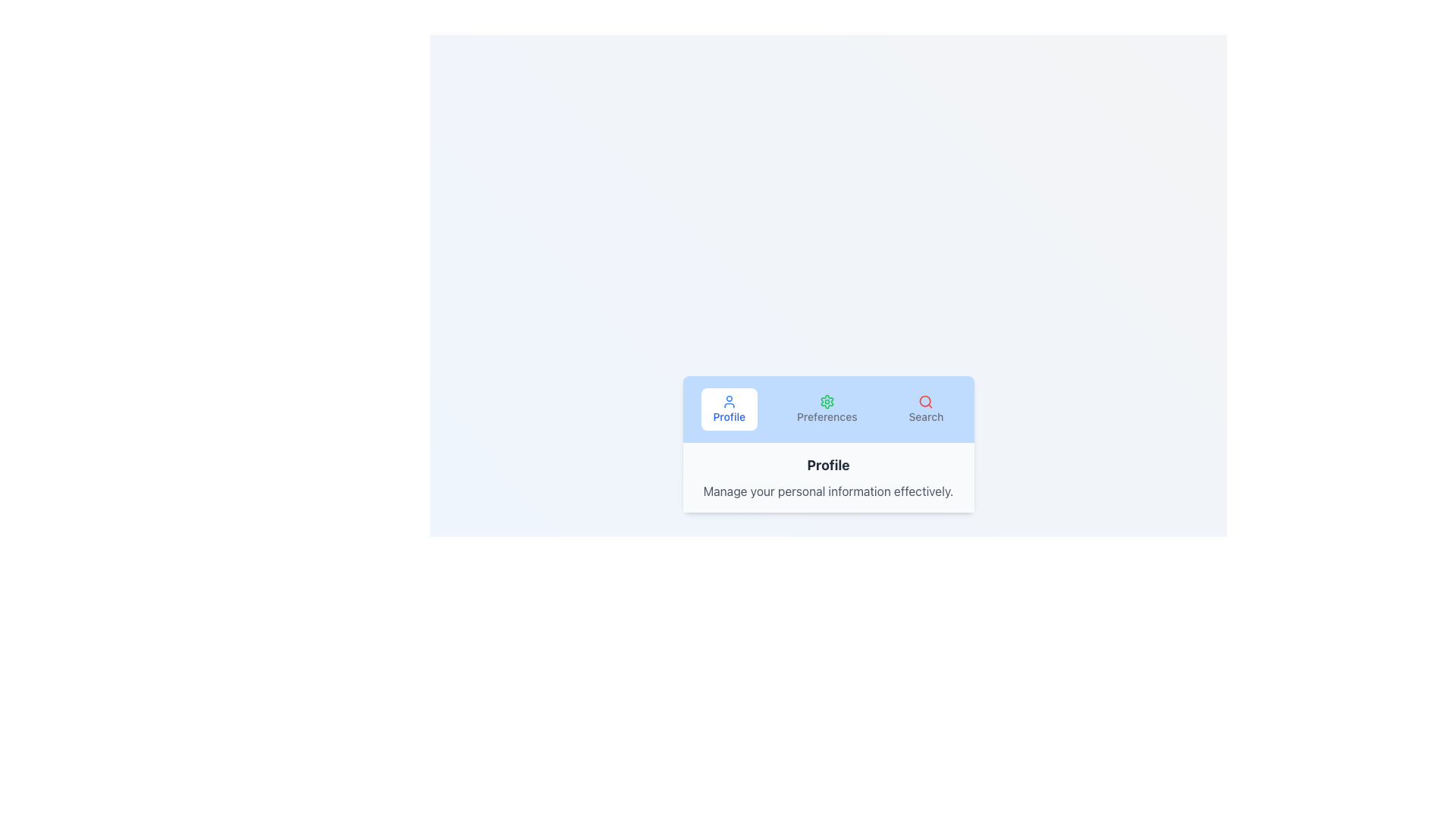 This screenshot has width=1456, height=819. I want to click on the 'Preferences' label located in the center section of the horizontal navigation bar, positioned beneath the green gear-shaped icon, so click(826, 417).